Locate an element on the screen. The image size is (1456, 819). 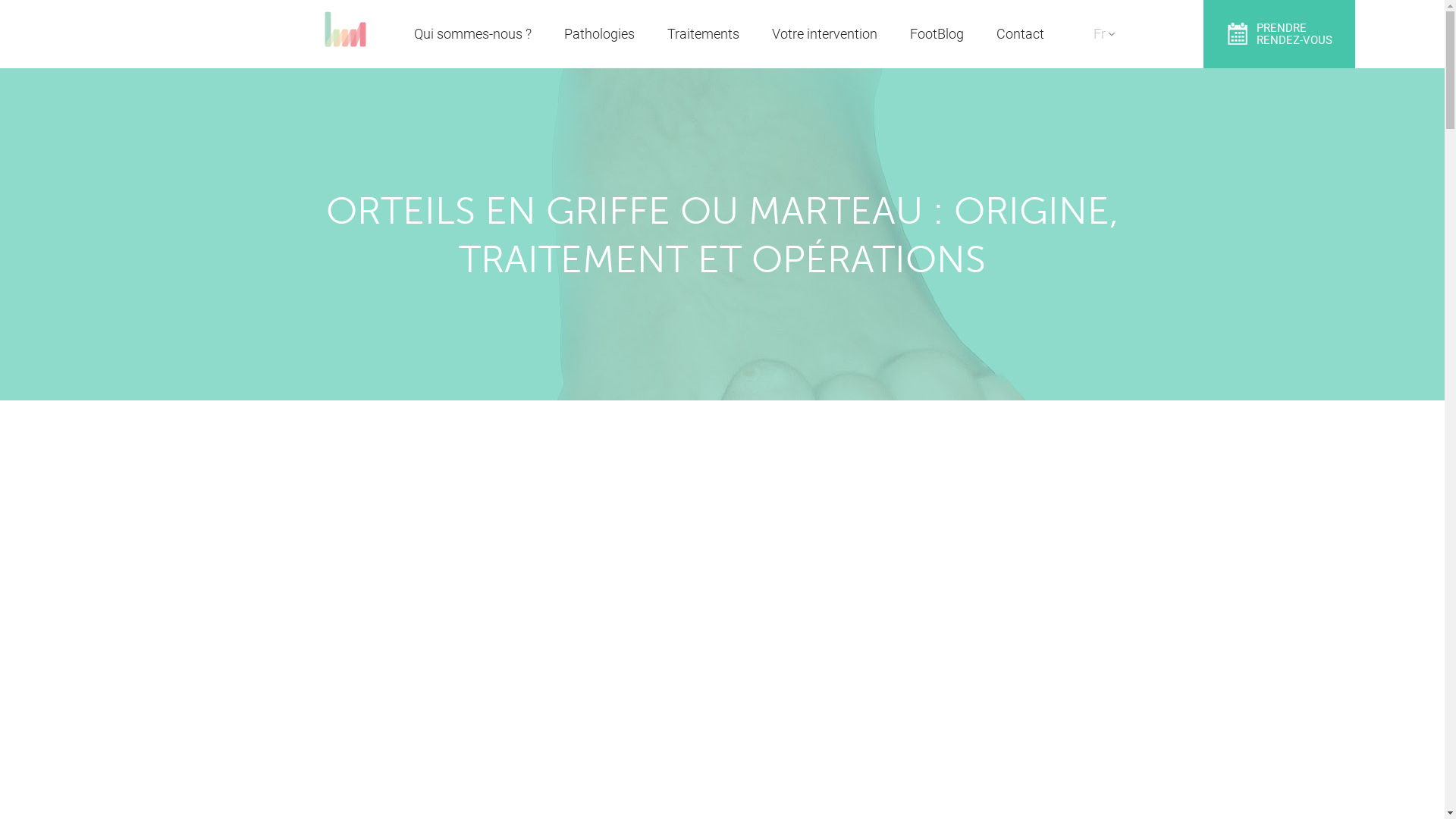
'Traitements' is located at coordinates (702, 34).